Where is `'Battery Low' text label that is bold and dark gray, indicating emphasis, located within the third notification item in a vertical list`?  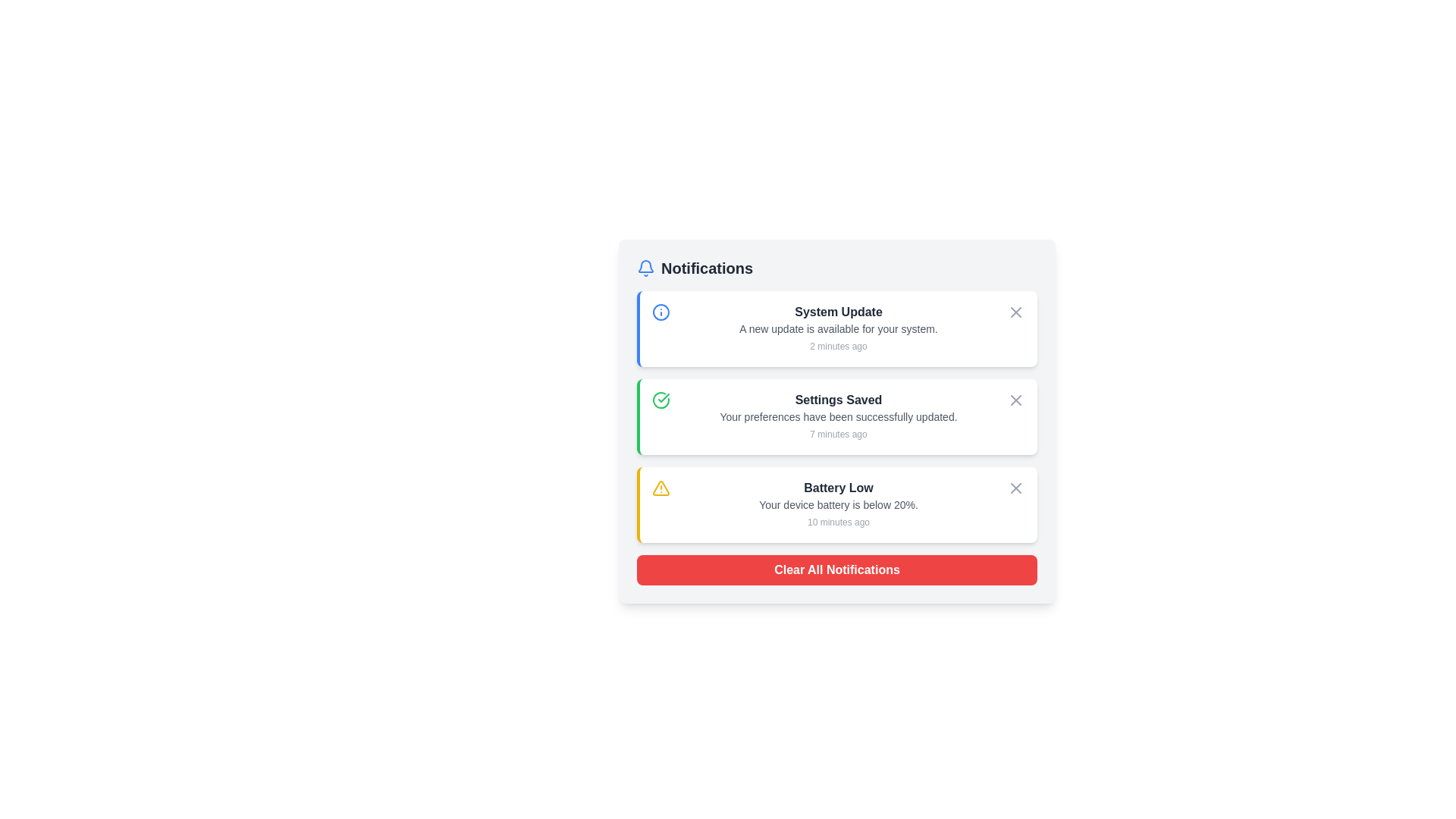
'Battery Low' text label that is bold and dark gray, indicating emphasis, located within the third notification item in a vertical list is located at coordinates (837, 488).